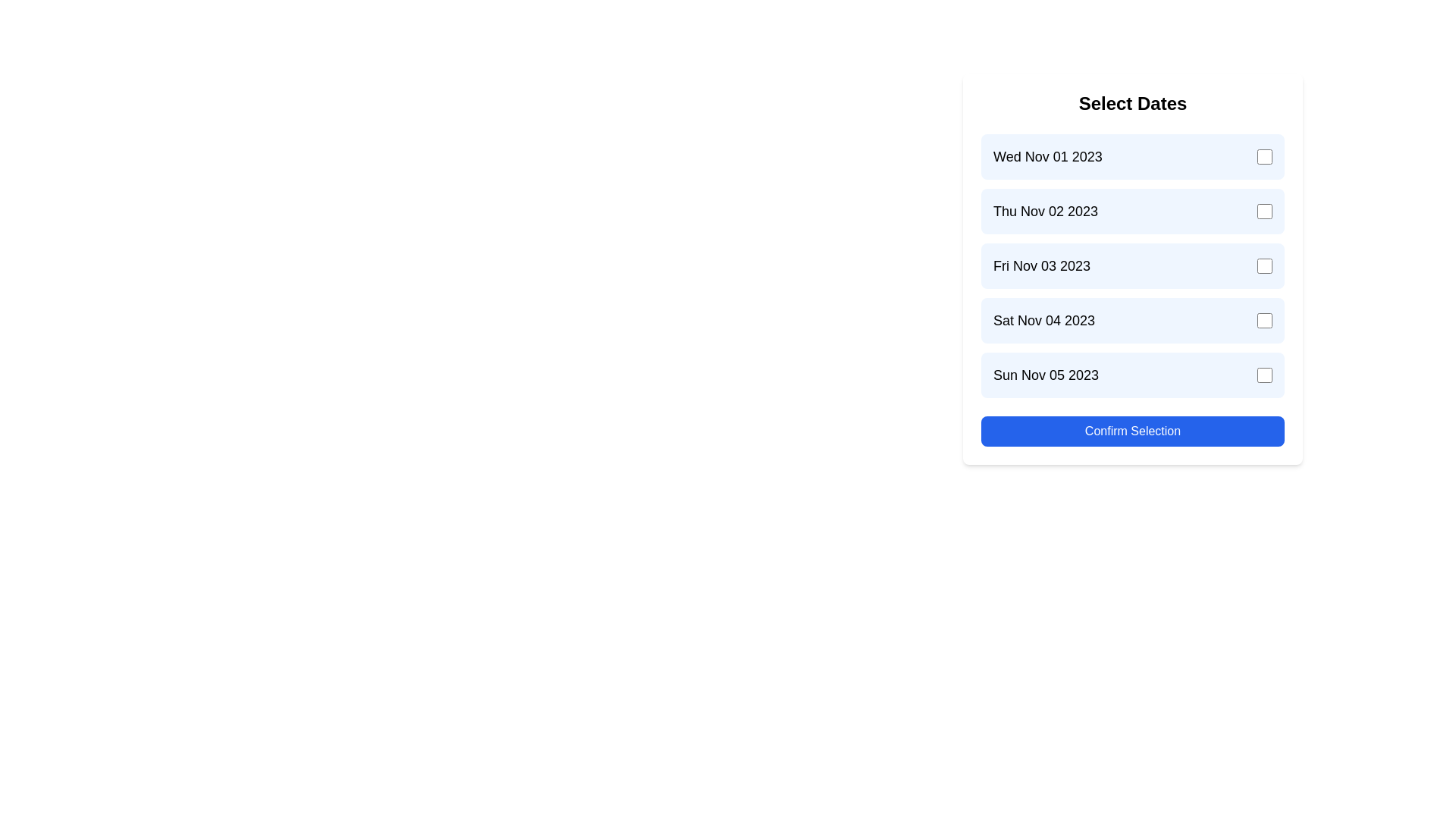 The width and height of the screenshot is (1456, 819). Describe the element at coordinates (1265, 320) in the screenshot. I see `the checkbox corresponding to the date Sat Nov 04 2023` at that location.